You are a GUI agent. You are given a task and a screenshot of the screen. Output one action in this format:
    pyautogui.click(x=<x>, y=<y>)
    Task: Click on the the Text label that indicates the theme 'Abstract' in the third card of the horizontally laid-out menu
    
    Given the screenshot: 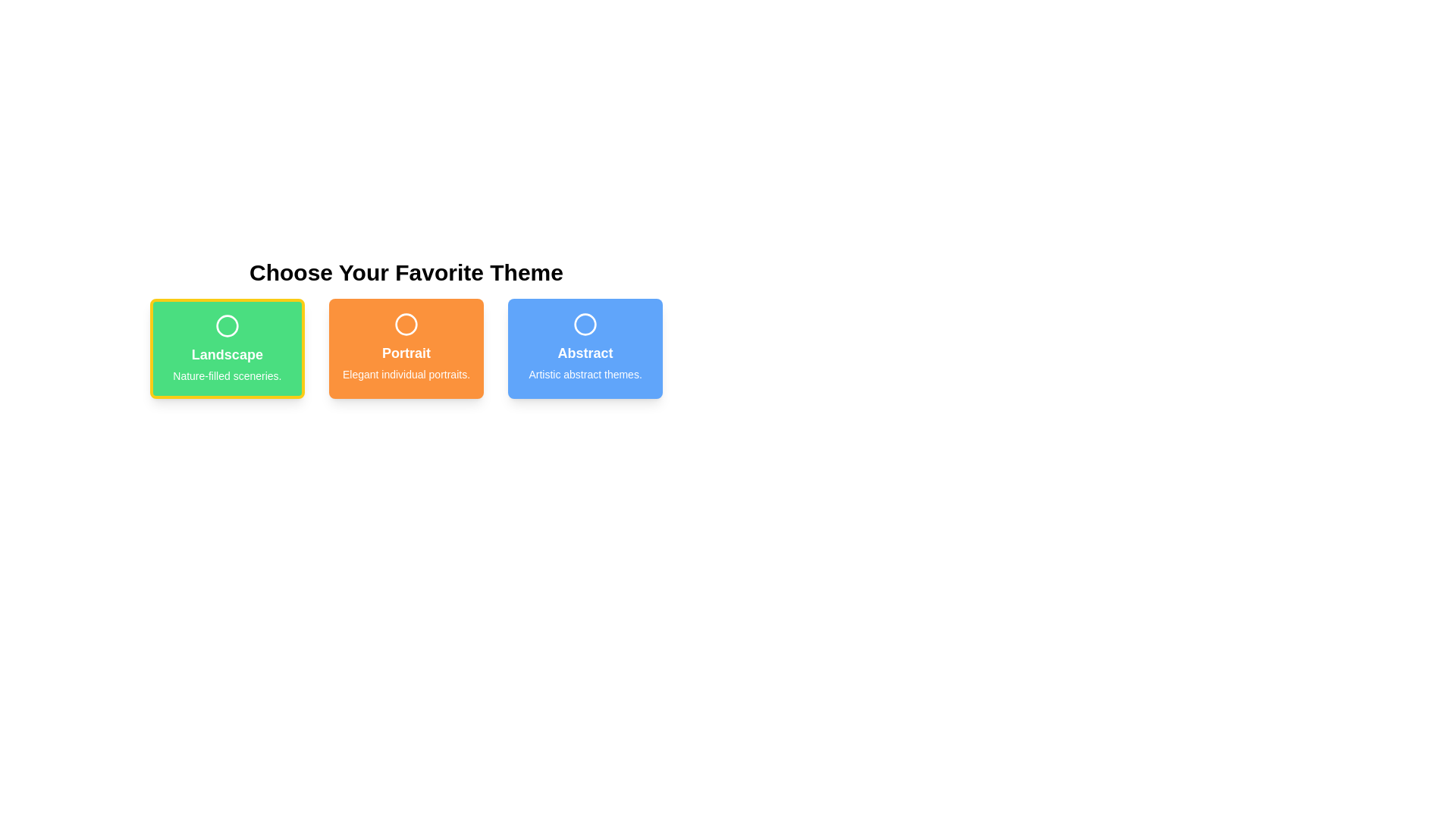 What is the action you would take?
    pyautogui.click(x=585, y=353)
    